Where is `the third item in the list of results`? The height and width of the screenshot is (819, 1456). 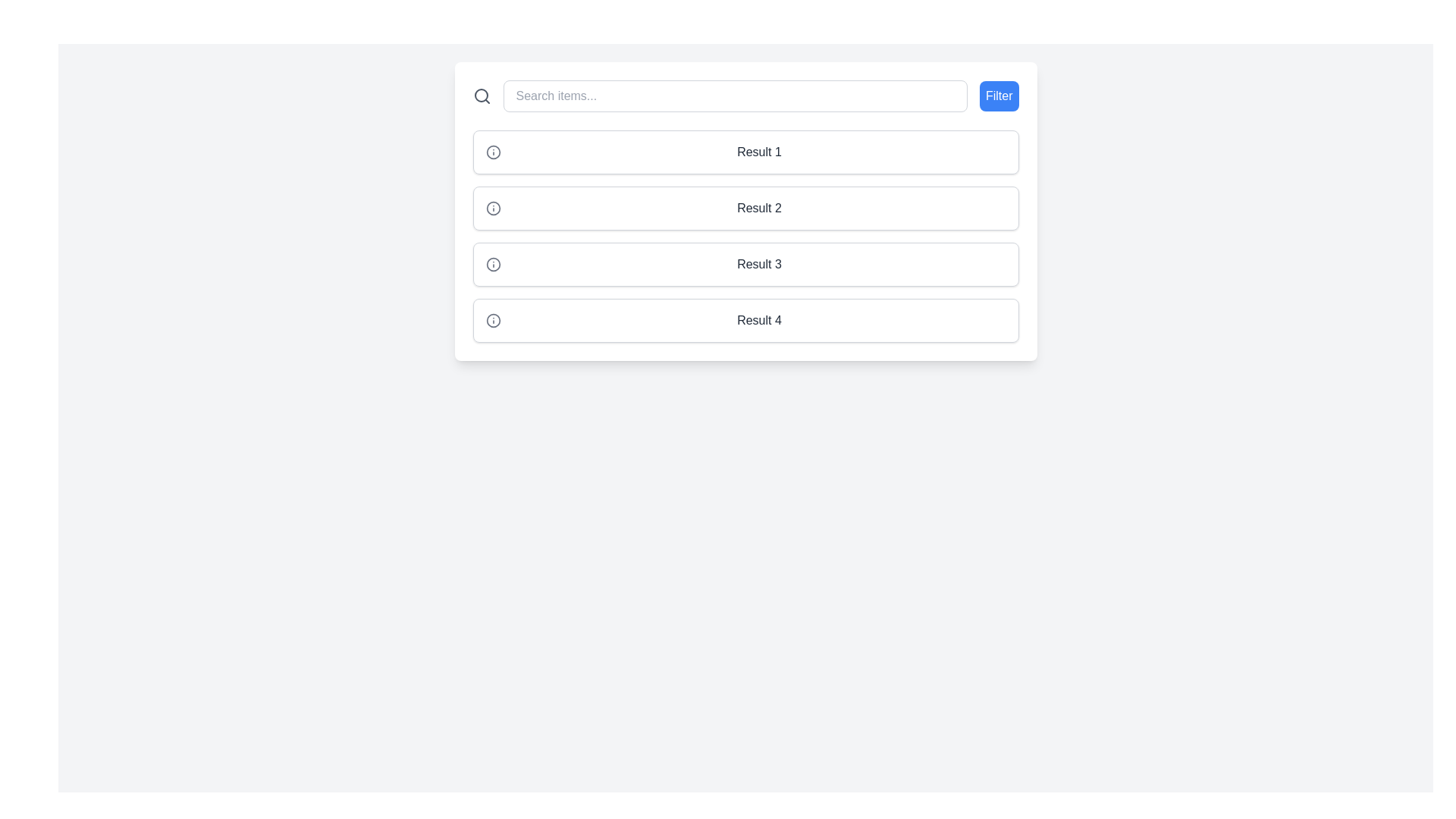 the third item in the list of results is located at coordinates (745, 237).